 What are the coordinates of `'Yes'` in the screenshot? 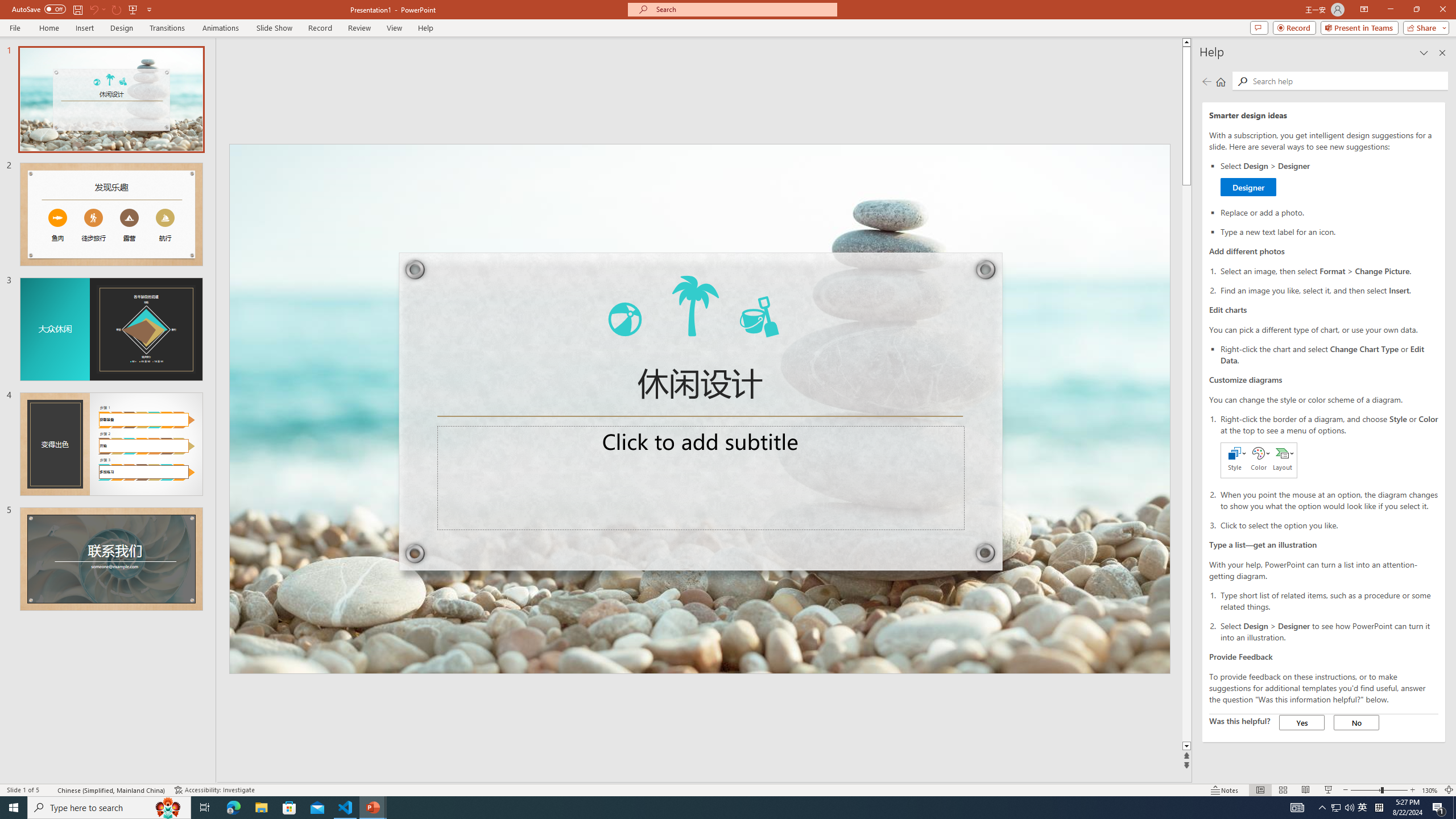 It's located at (1301, 722).